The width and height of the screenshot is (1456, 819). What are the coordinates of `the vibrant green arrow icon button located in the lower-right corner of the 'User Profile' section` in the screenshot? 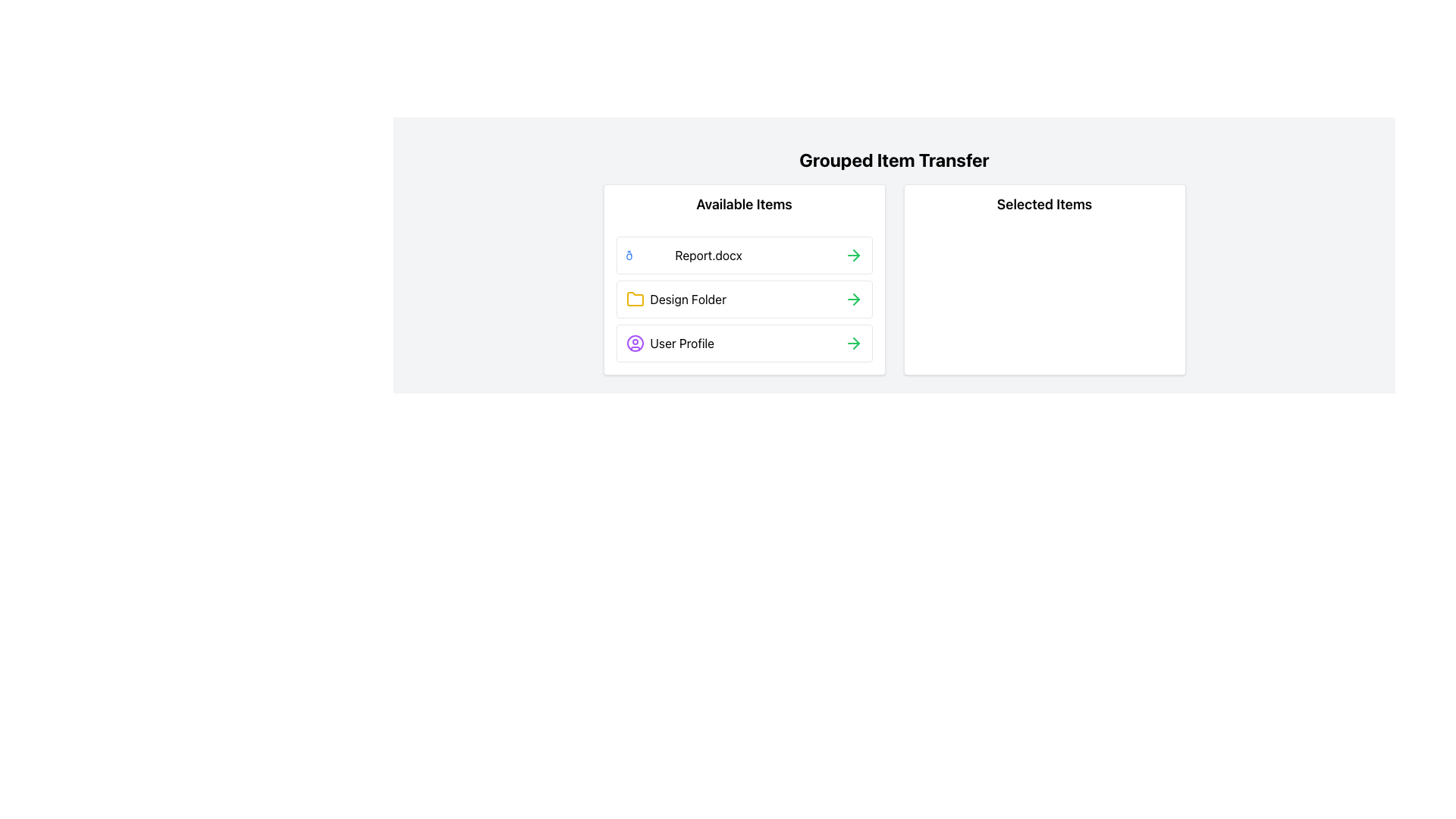 It's located at (853, 343).